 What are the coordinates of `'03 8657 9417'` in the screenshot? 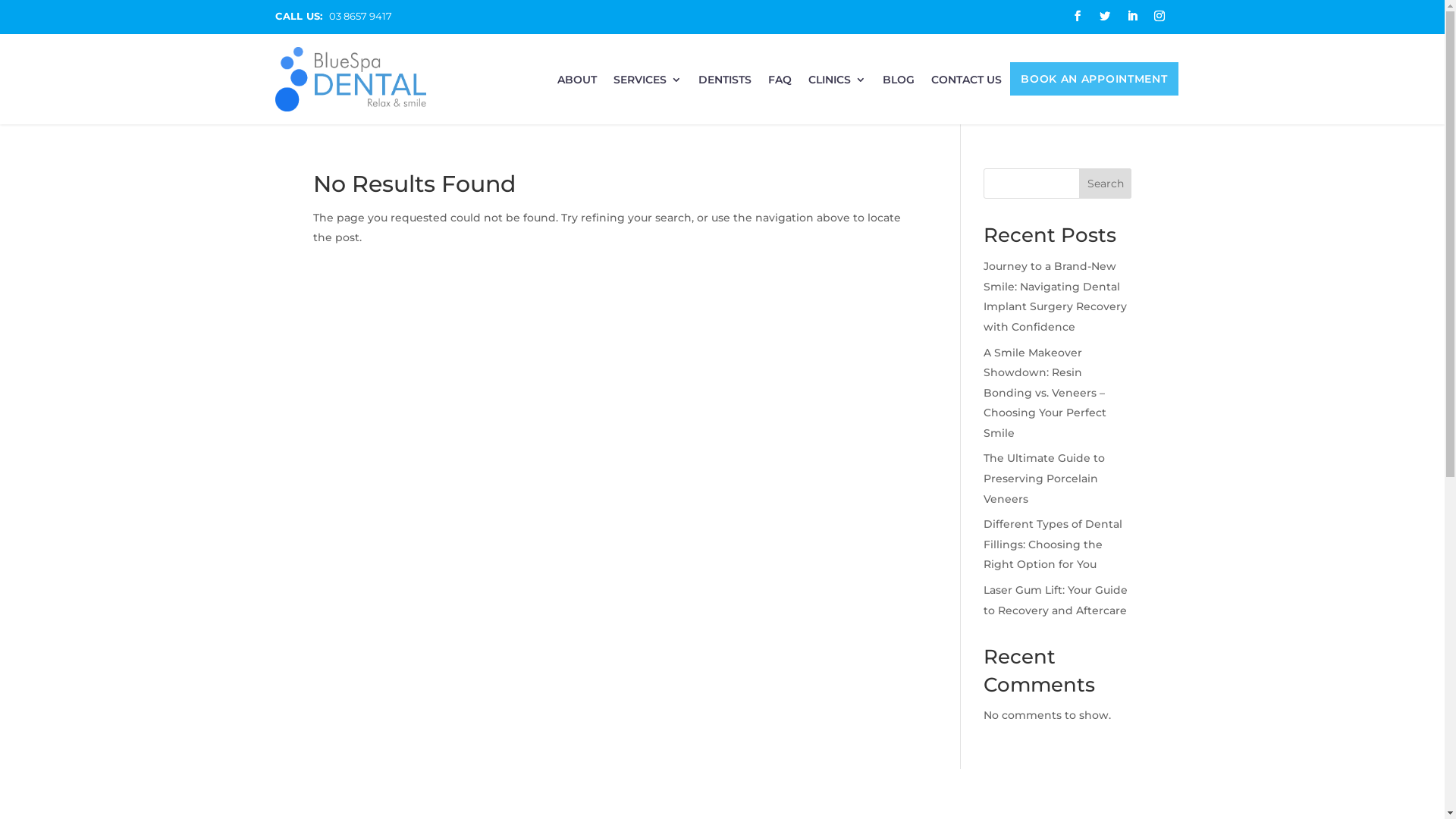 It's located at (359, 15).